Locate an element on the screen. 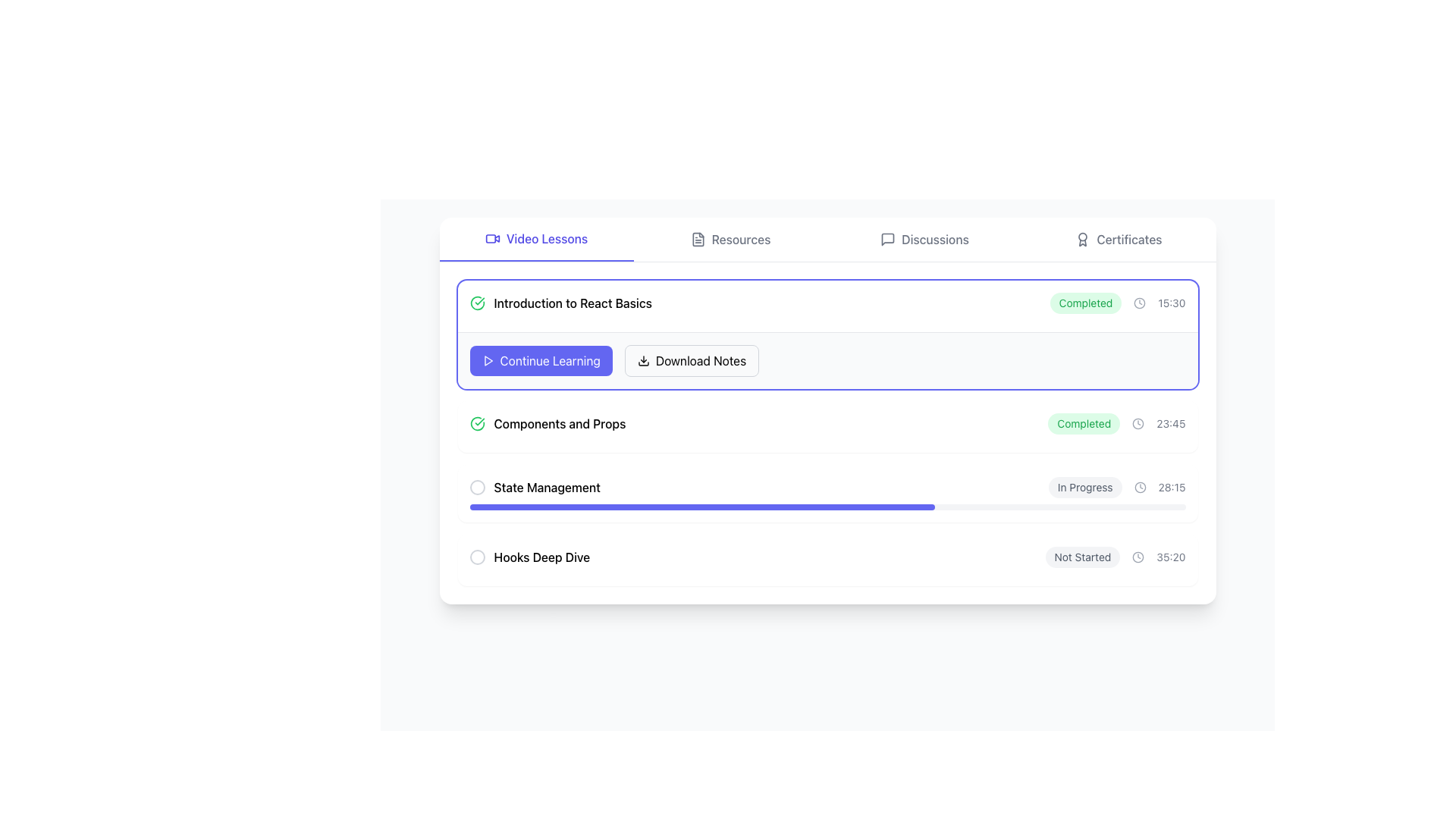 This screenshot has width=1456, height=819. the clock icon located between the text 'Completed' and the time '23:45', which is a small circular icon with a gray border and clock hands is located at coordinates (1138, 424).